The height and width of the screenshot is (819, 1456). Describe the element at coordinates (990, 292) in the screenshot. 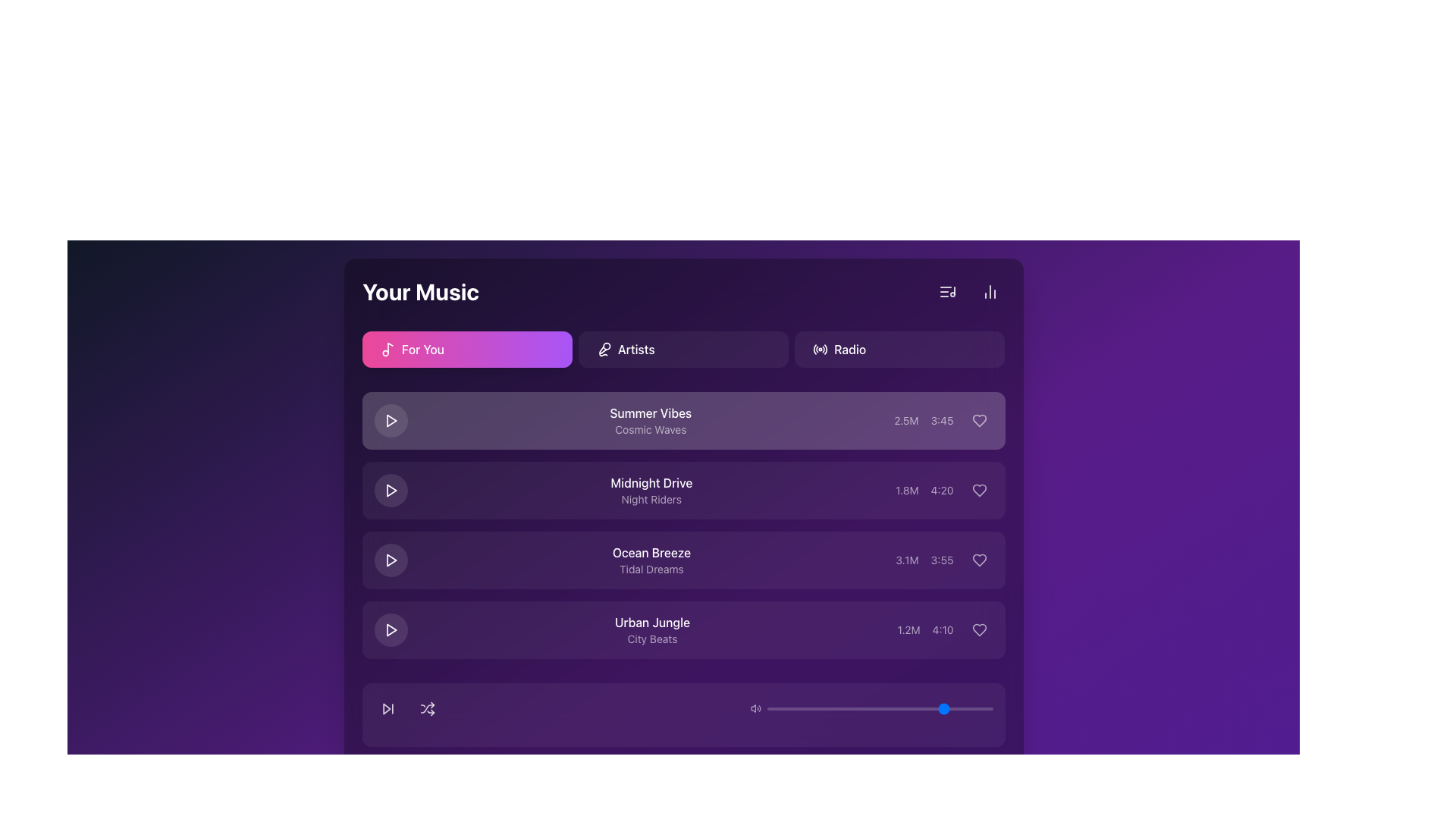

I see `the button with a chart-like icon located in the top-right section of the UI layout` at that location.